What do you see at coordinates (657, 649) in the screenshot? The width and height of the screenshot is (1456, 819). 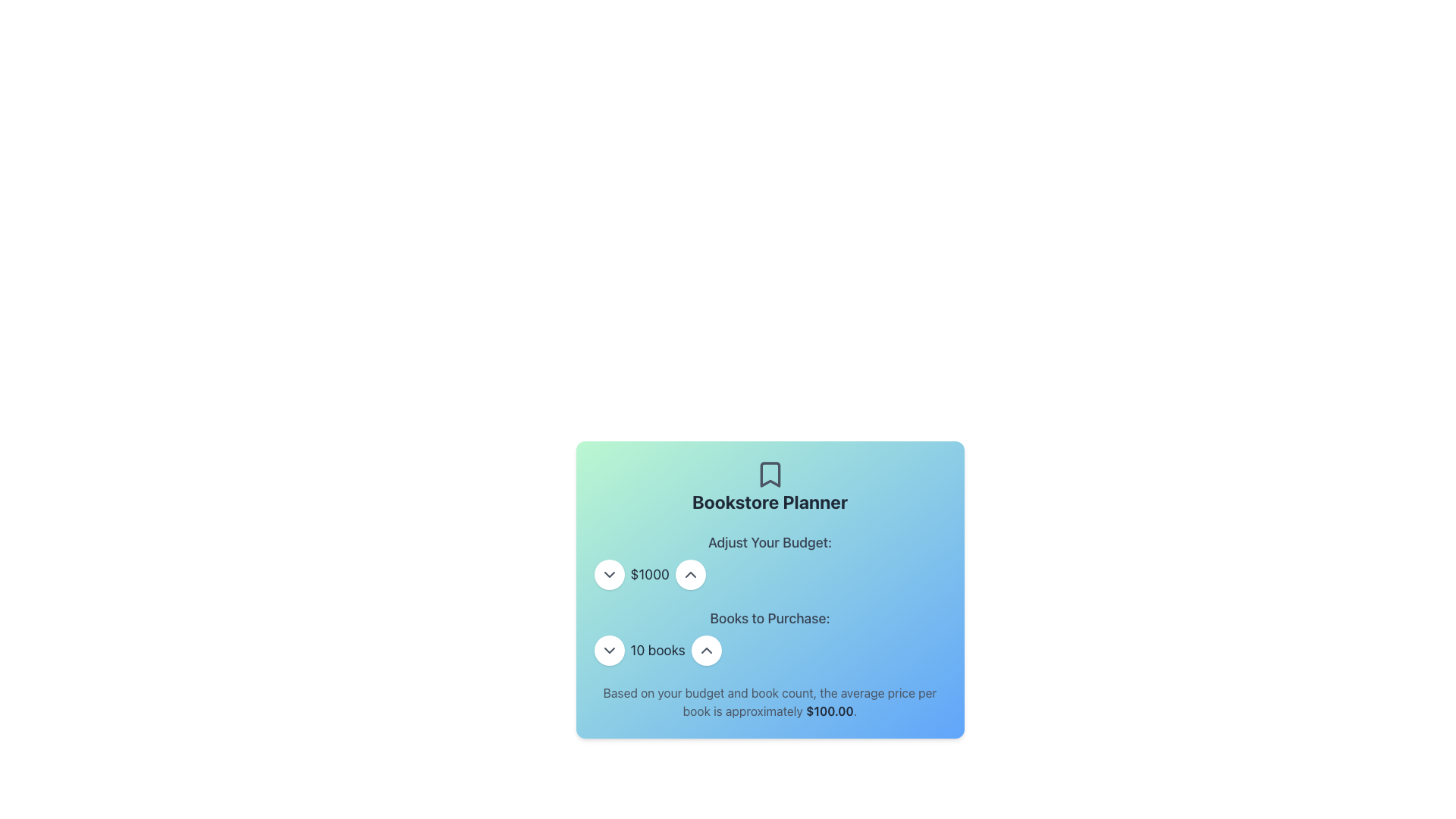 I see `the text label that displays the current number of books selected, located centrally between a downward arrow on the left and an upward arrow on the right` at bounding box center [657, 649].